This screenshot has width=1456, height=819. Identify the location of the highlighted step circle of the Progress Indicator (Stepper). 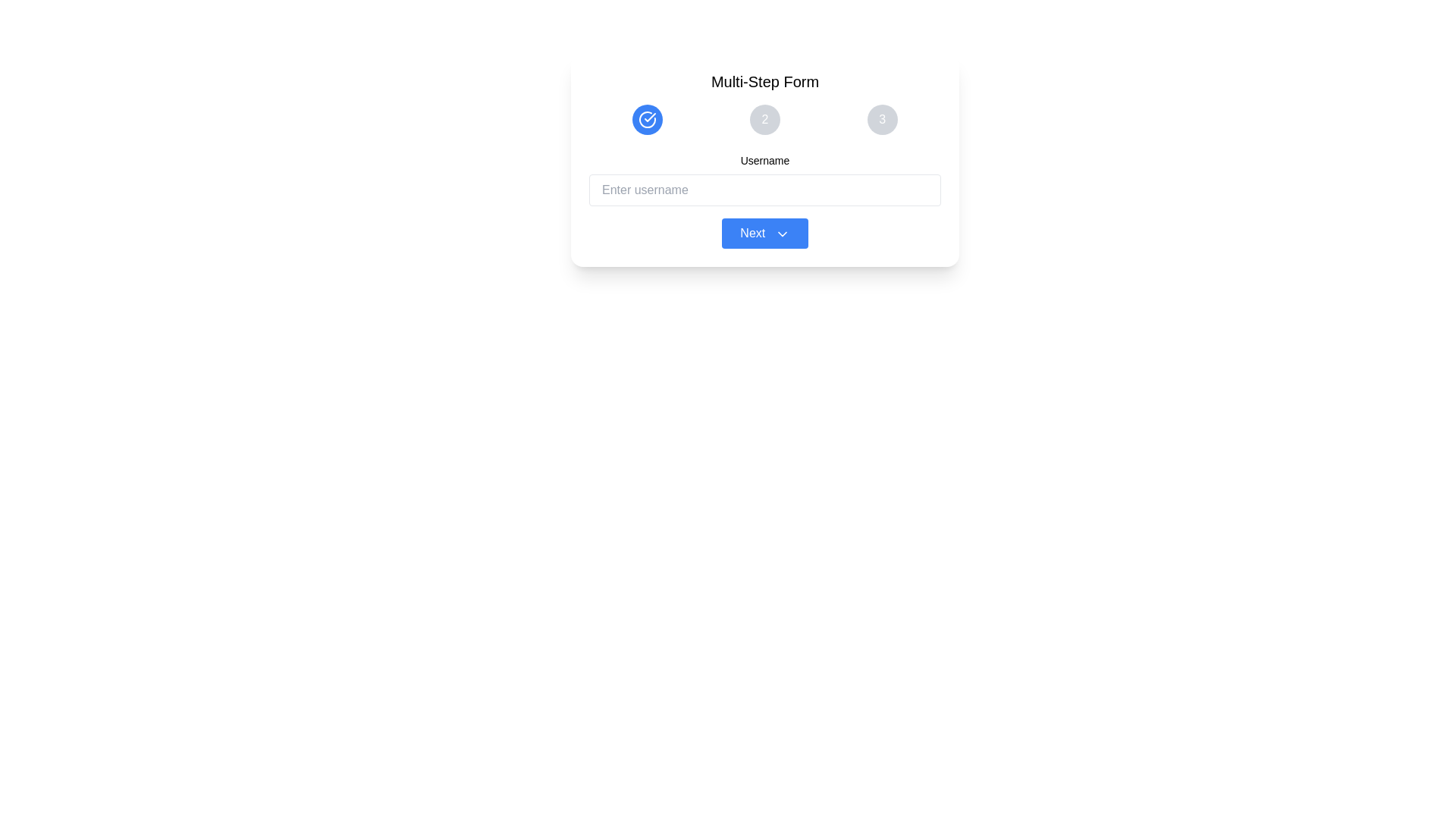
(764, 102).